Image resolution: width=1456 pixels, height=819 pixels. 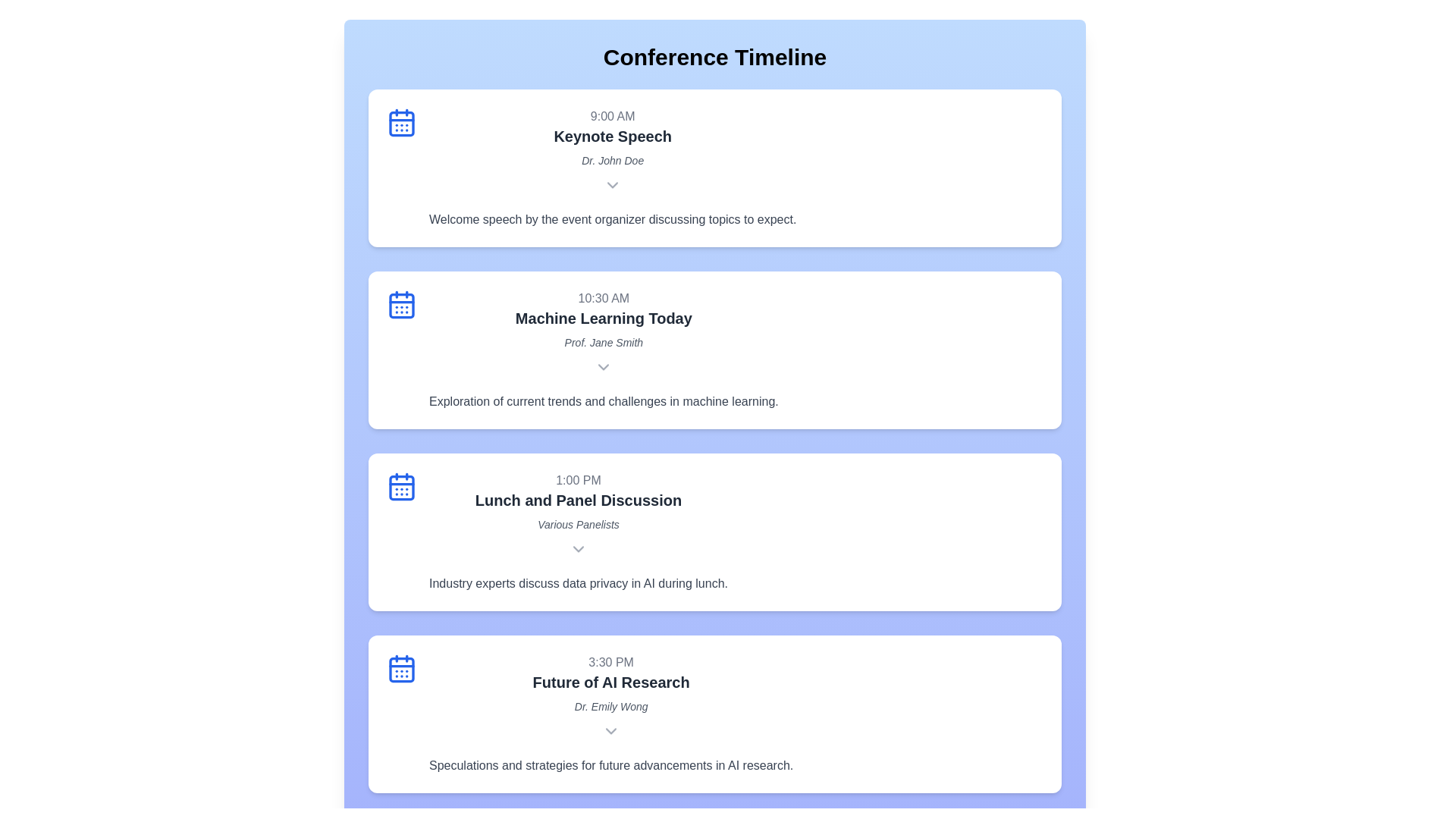 I want to click on the calendar icon element located within the fourth card of the timeline interface, adjacent to the header 'Future of AI Research', so click(x=401, y=669).